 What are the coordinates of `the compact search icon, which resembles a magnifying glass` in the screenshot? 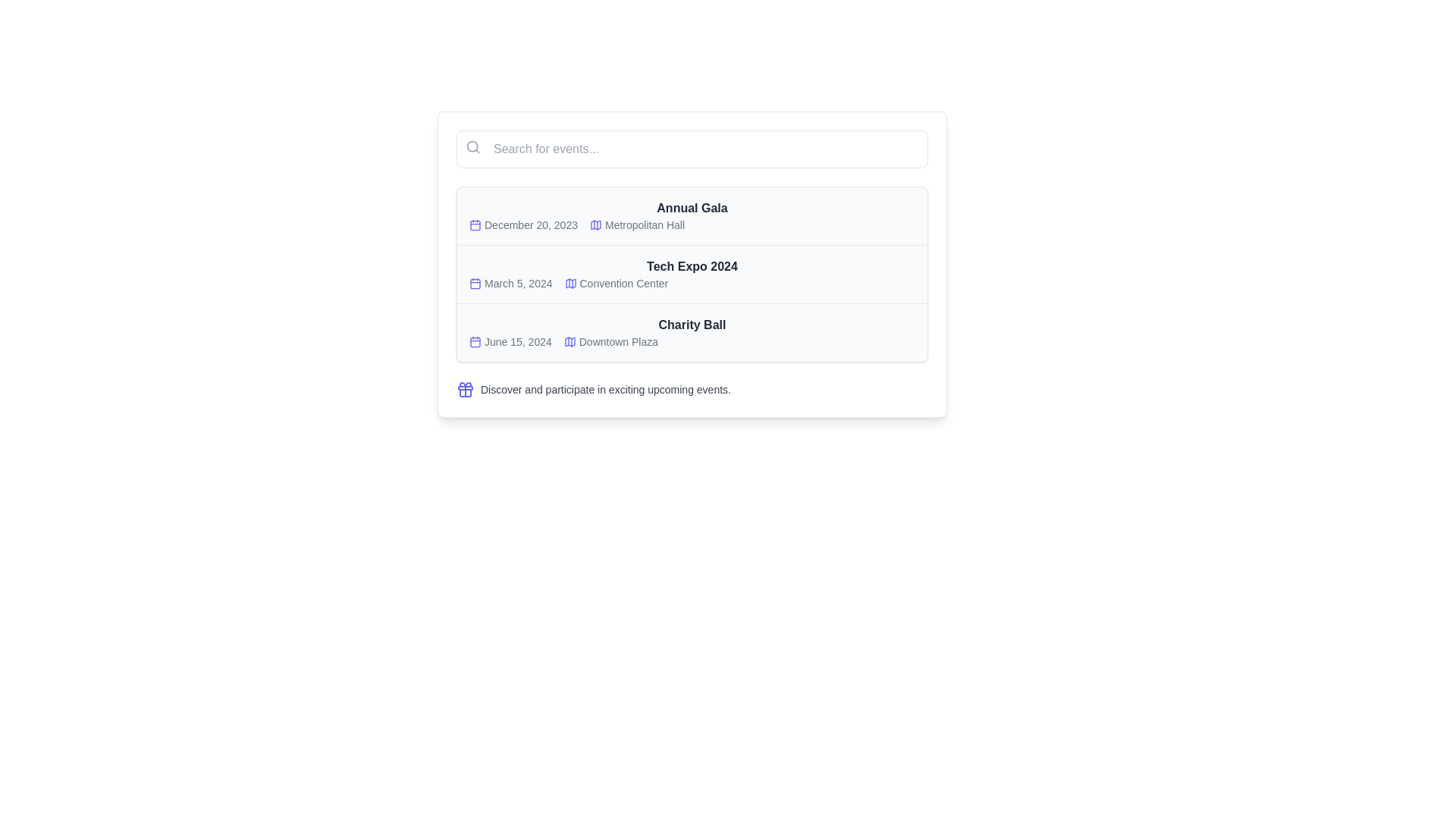 It's located at (472, 146).